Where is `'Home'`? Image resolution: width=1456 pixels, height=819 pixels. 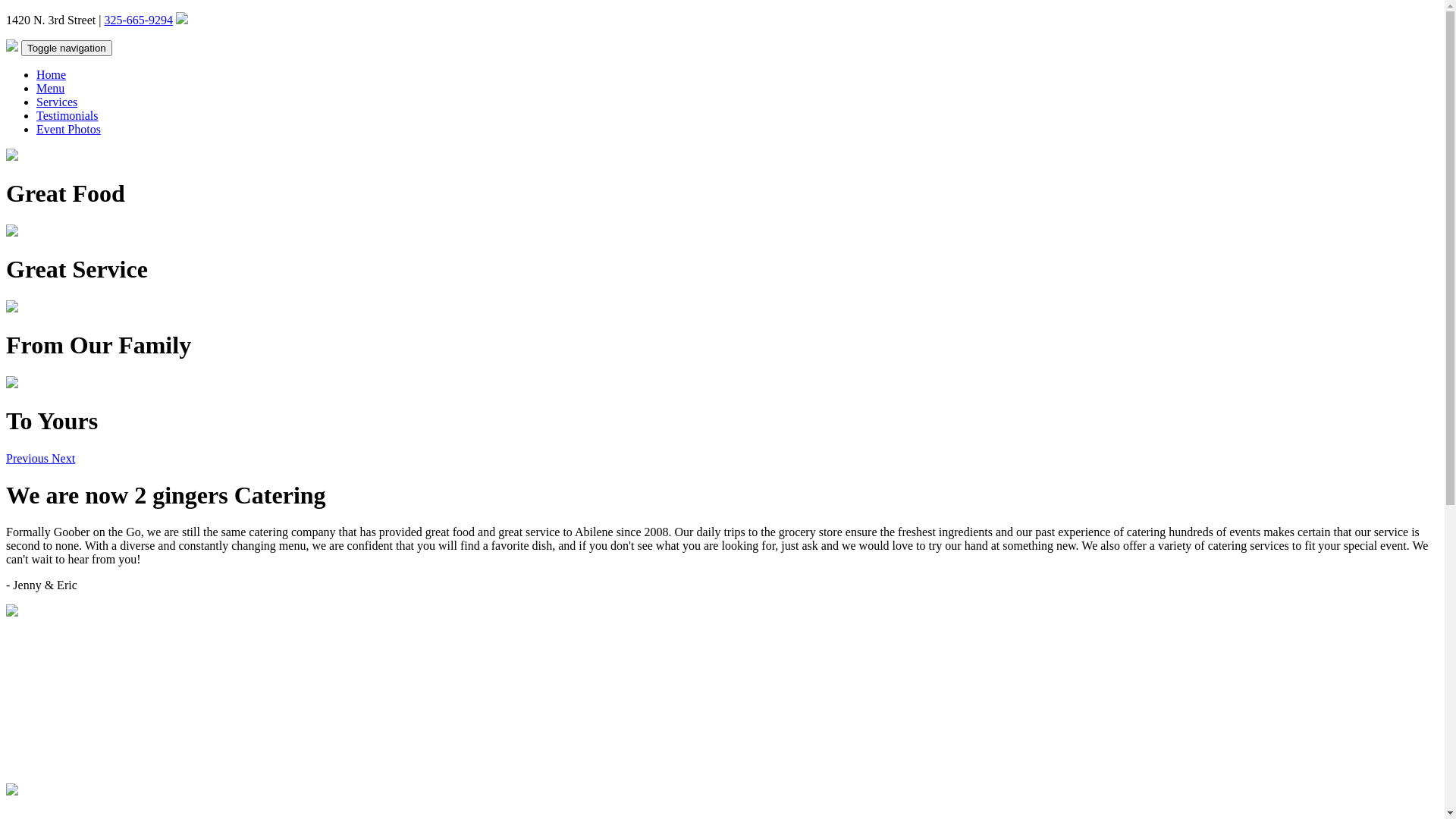
'Home' is located at coordinates (36, 74).